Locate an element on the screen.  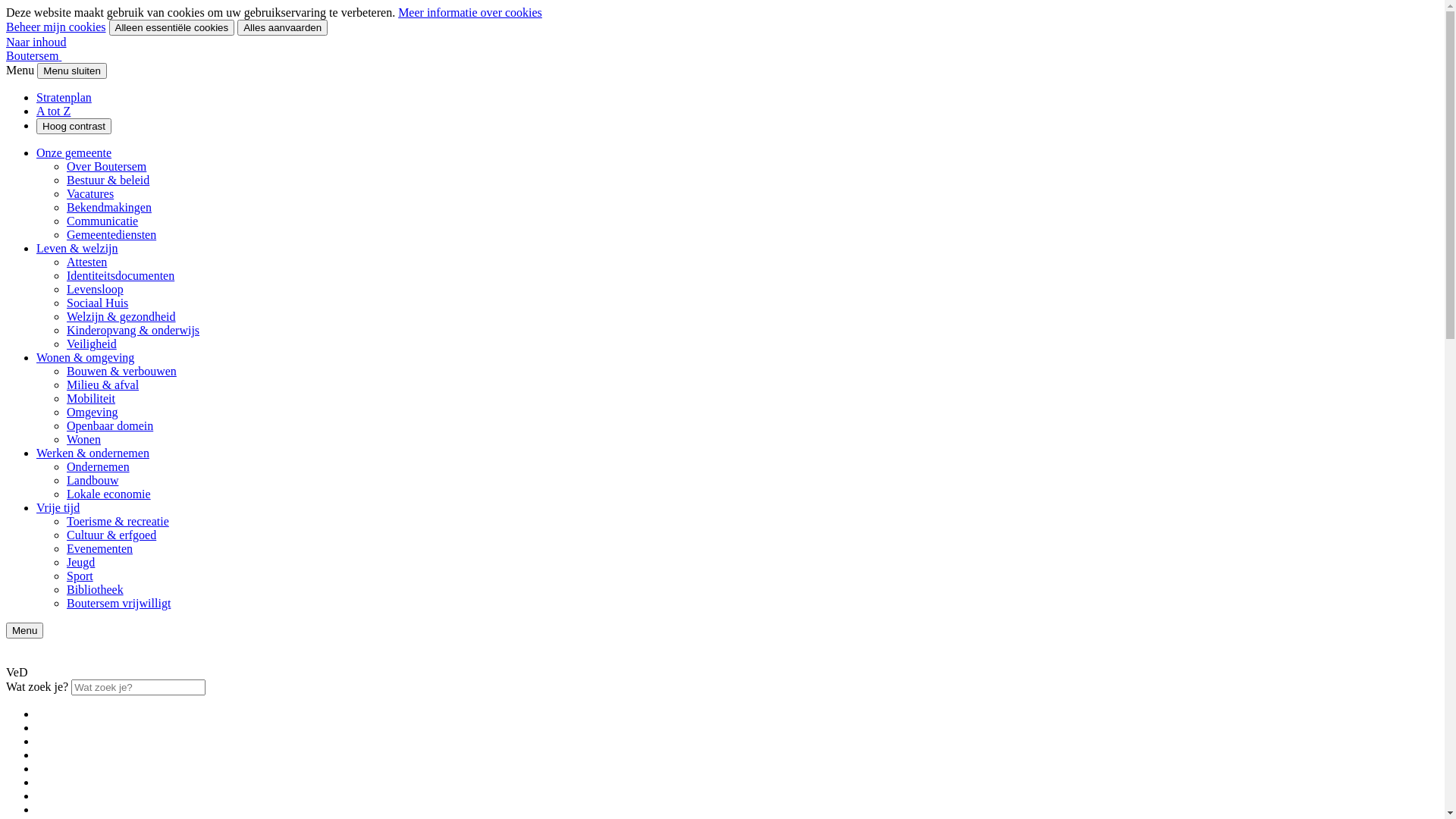
'Bestuur & beleid' is located at coordinates (107, 179).